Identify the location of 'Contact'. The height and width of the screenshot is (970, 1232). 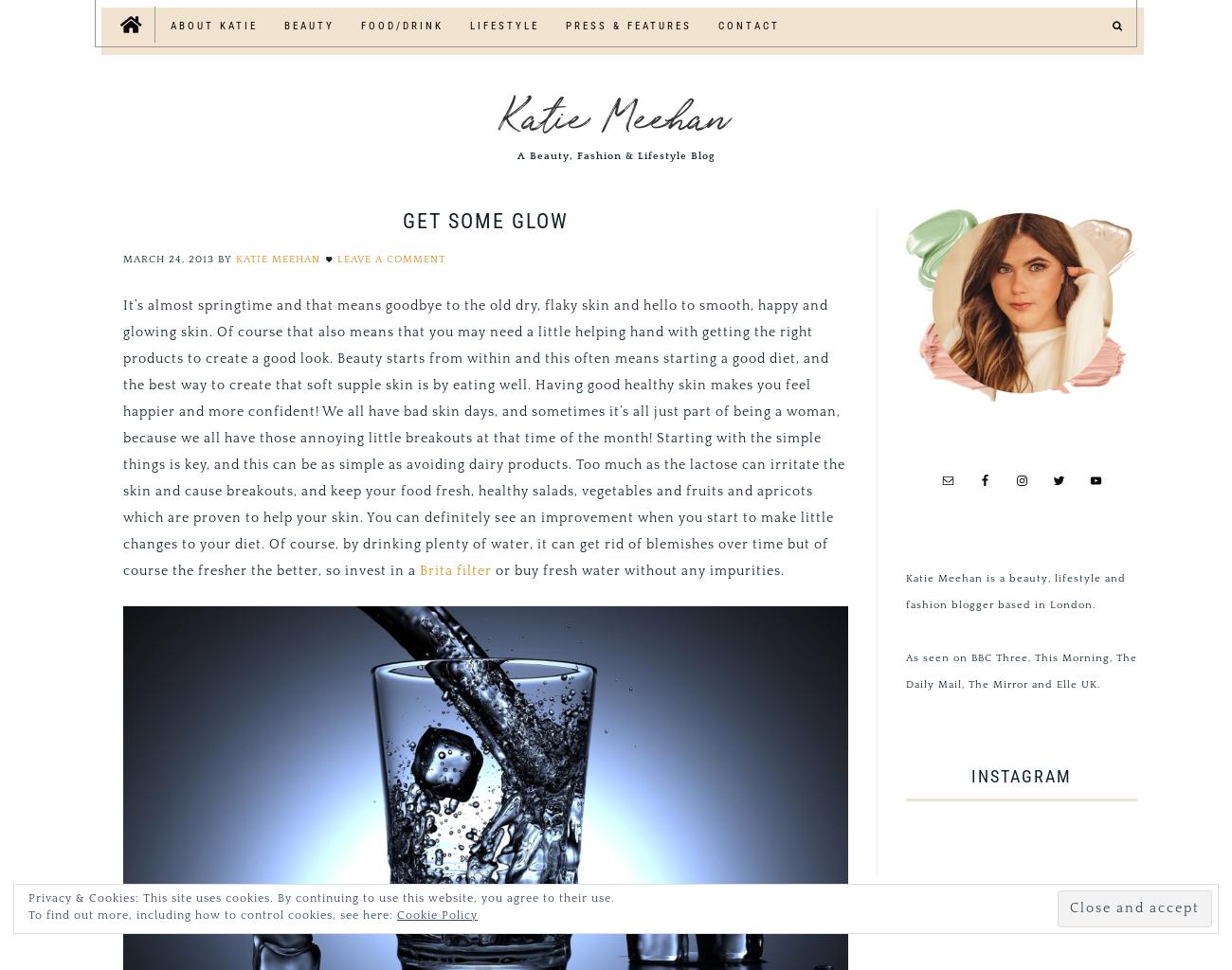
(748, 26).